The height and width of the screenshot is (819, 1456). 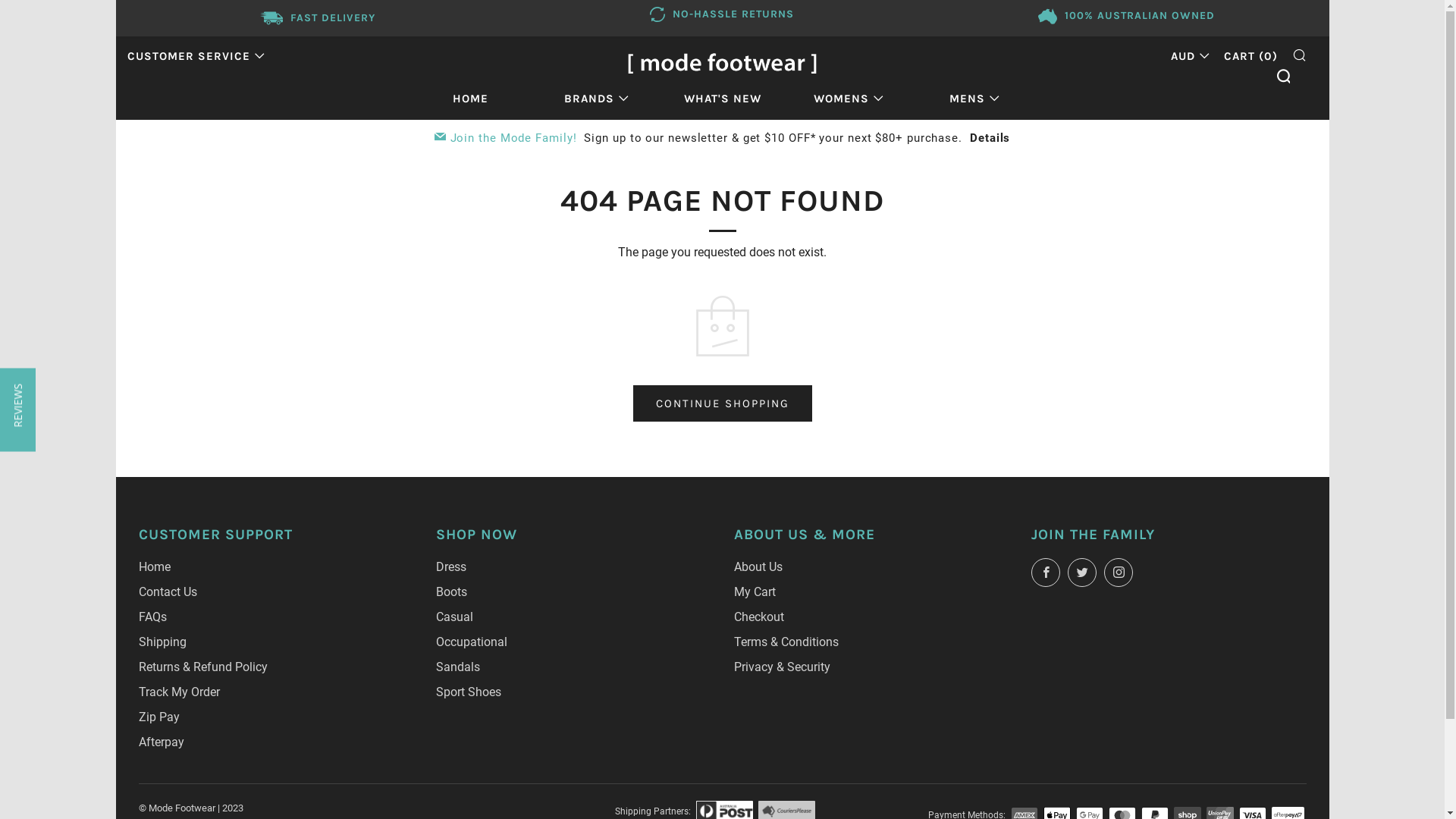 What do you see at coordinates (469, 99) in the screenshot?
I see `'HOME'` at bounding box center [469, 99].